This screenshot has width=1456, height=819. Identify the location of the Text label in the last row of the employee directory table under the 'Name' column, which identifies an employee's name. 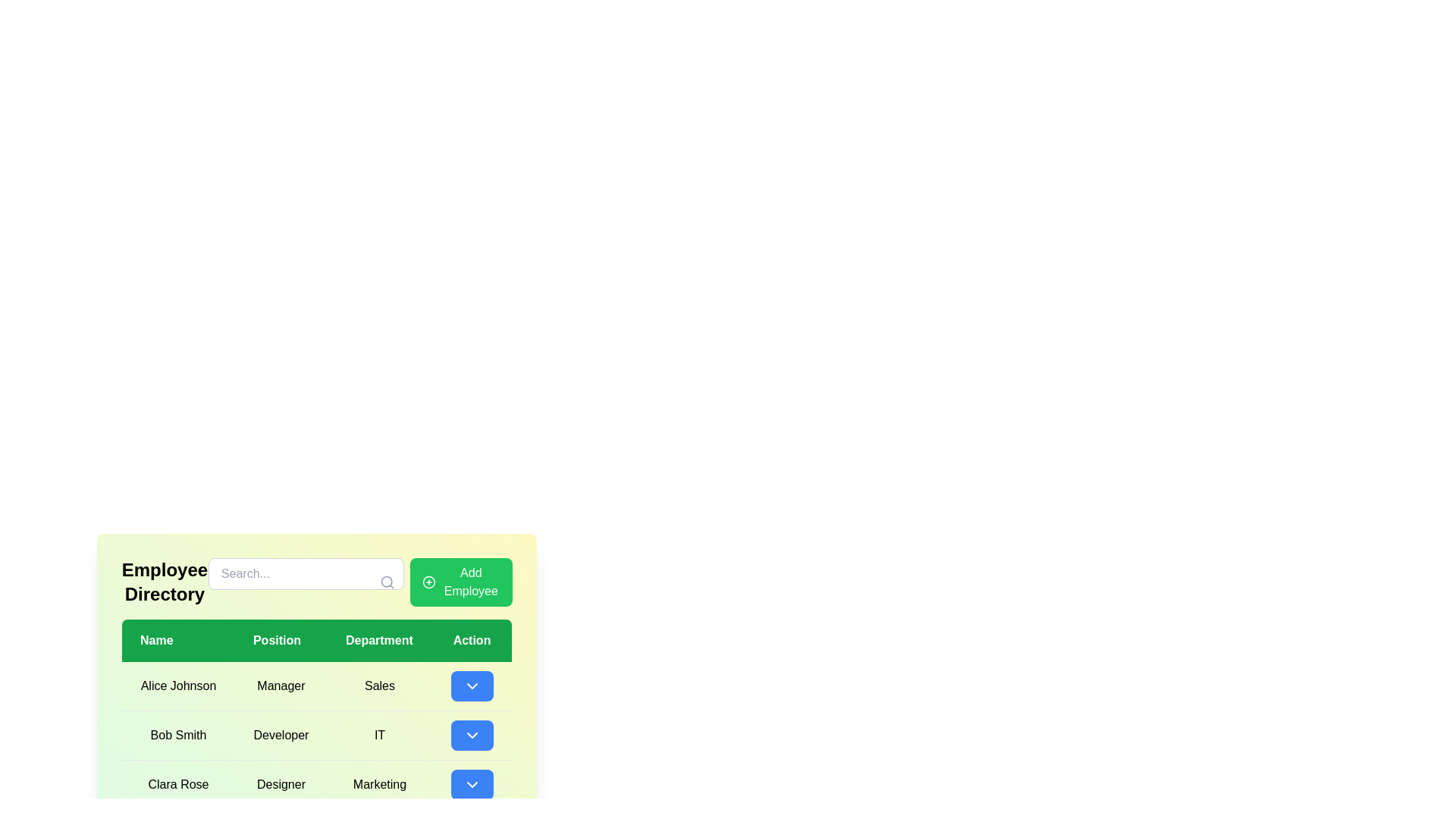
(178, 784).